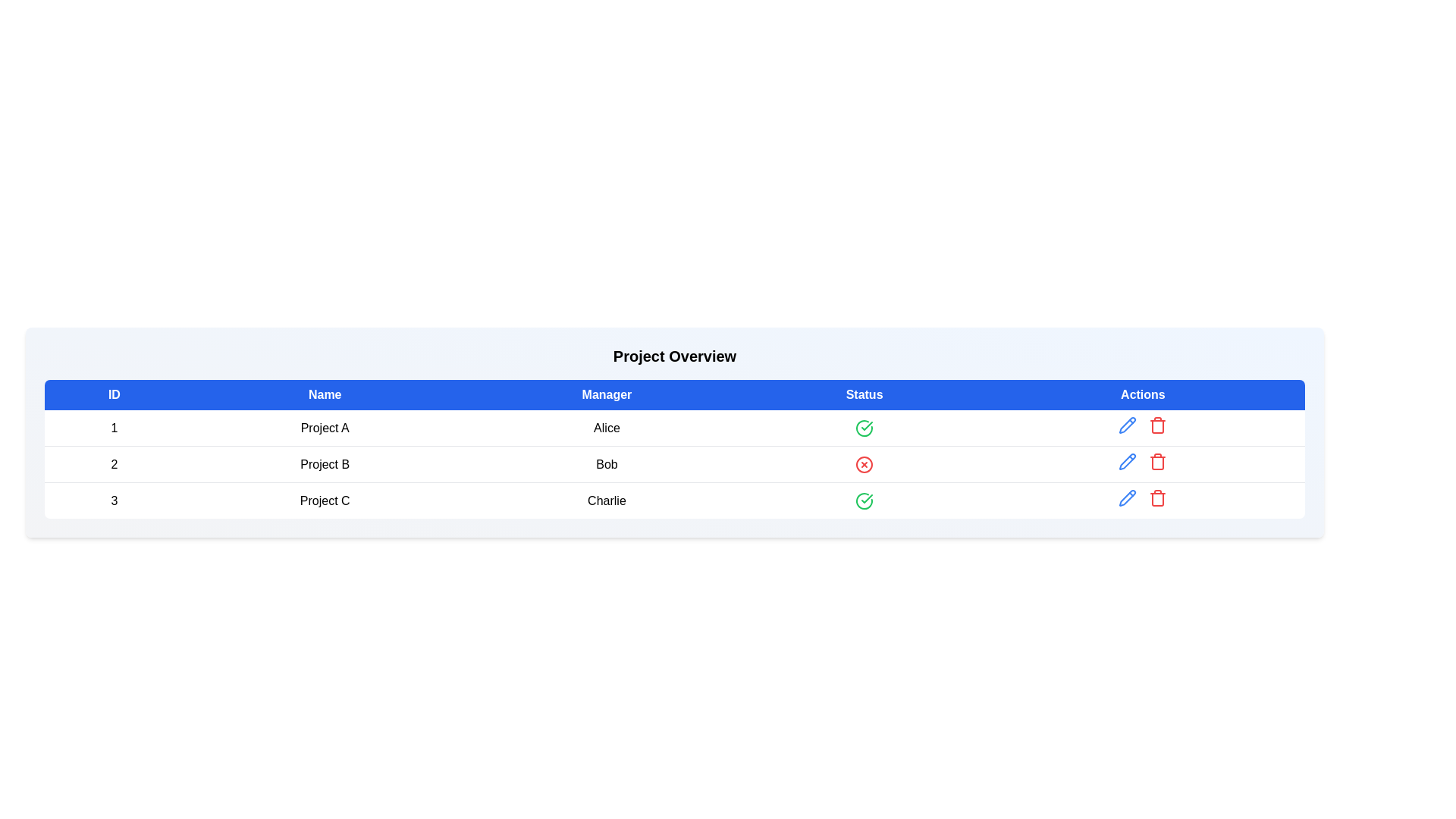 The height and width of the screenshot is (819, 1456). I want to click on the table header item labeled 'ID', which is styled with bold text and a blue background, located at the top-left corner of the table, so click(113, 394).